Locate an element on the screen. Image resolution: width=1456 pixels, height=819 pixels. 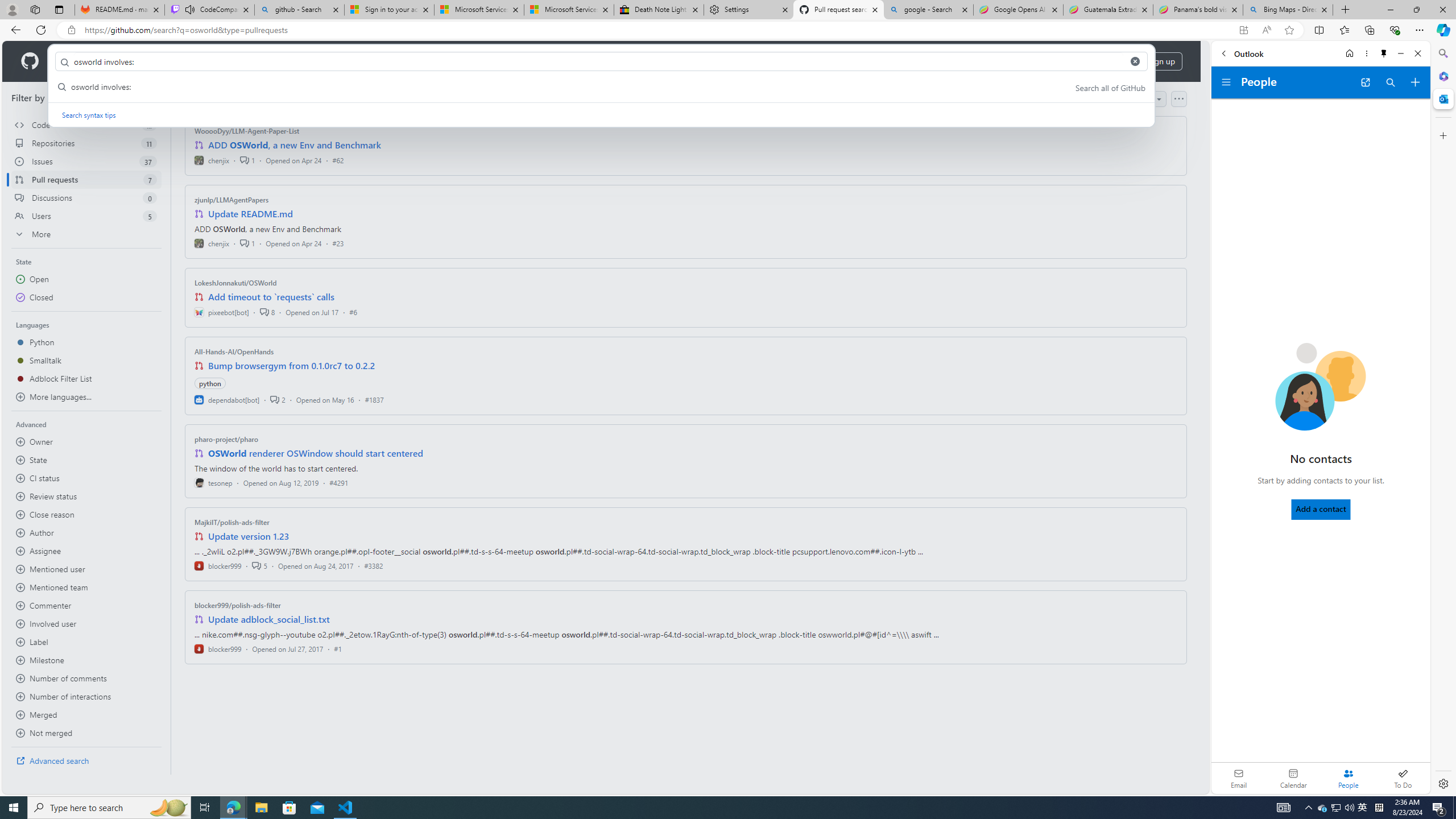
'Open column options' is located at coordinates (1178, 98).